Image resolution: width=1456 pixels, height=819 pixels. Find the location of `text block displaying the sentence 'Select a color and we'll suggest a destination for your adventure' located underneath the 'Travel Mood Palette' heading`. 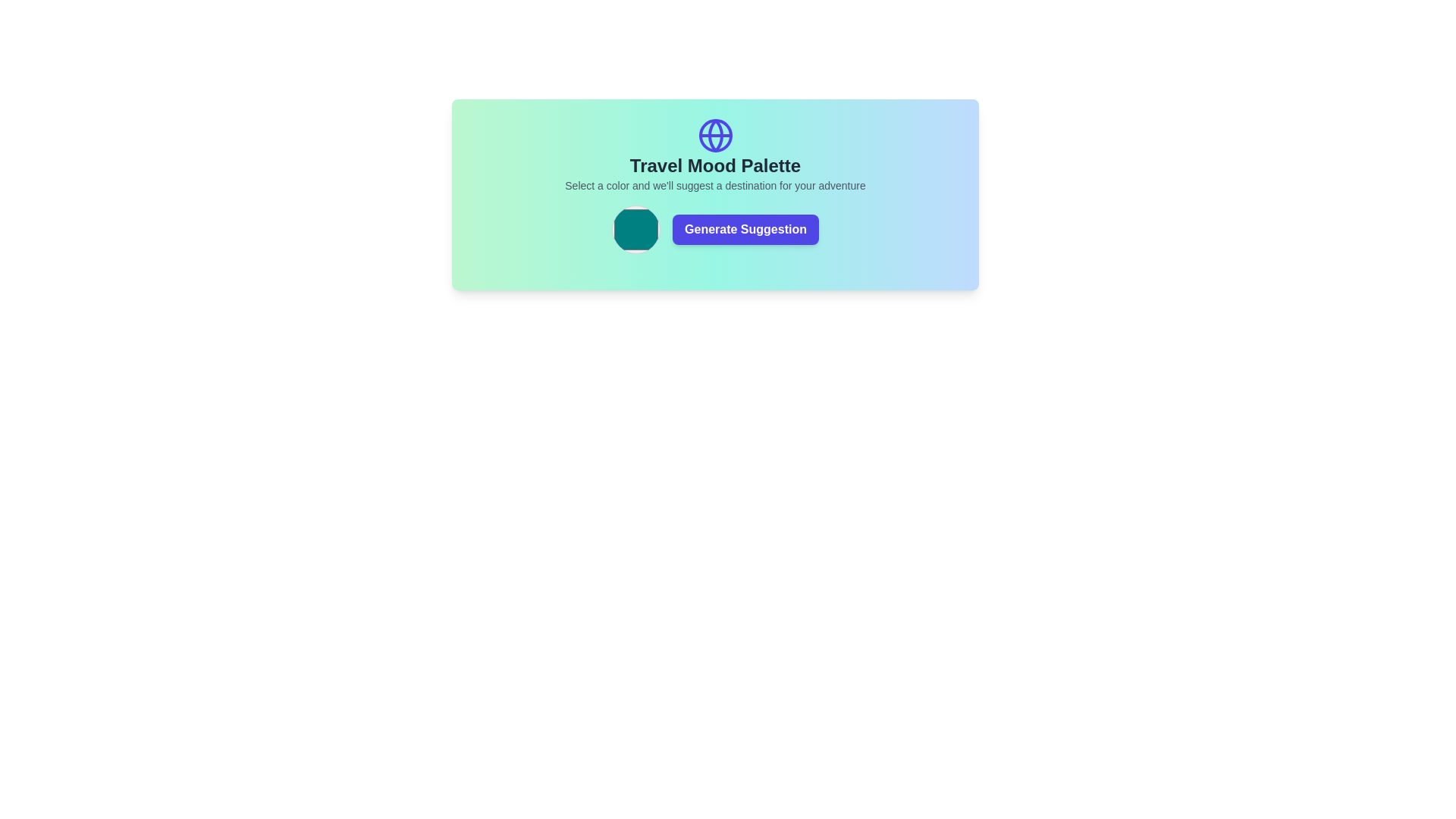

text block displaying the sentence 'Select a color and we'll suggest a destination for your adventure' located underneath the 'Travel Mood Palette' heading is located at coordinates (714, 185).